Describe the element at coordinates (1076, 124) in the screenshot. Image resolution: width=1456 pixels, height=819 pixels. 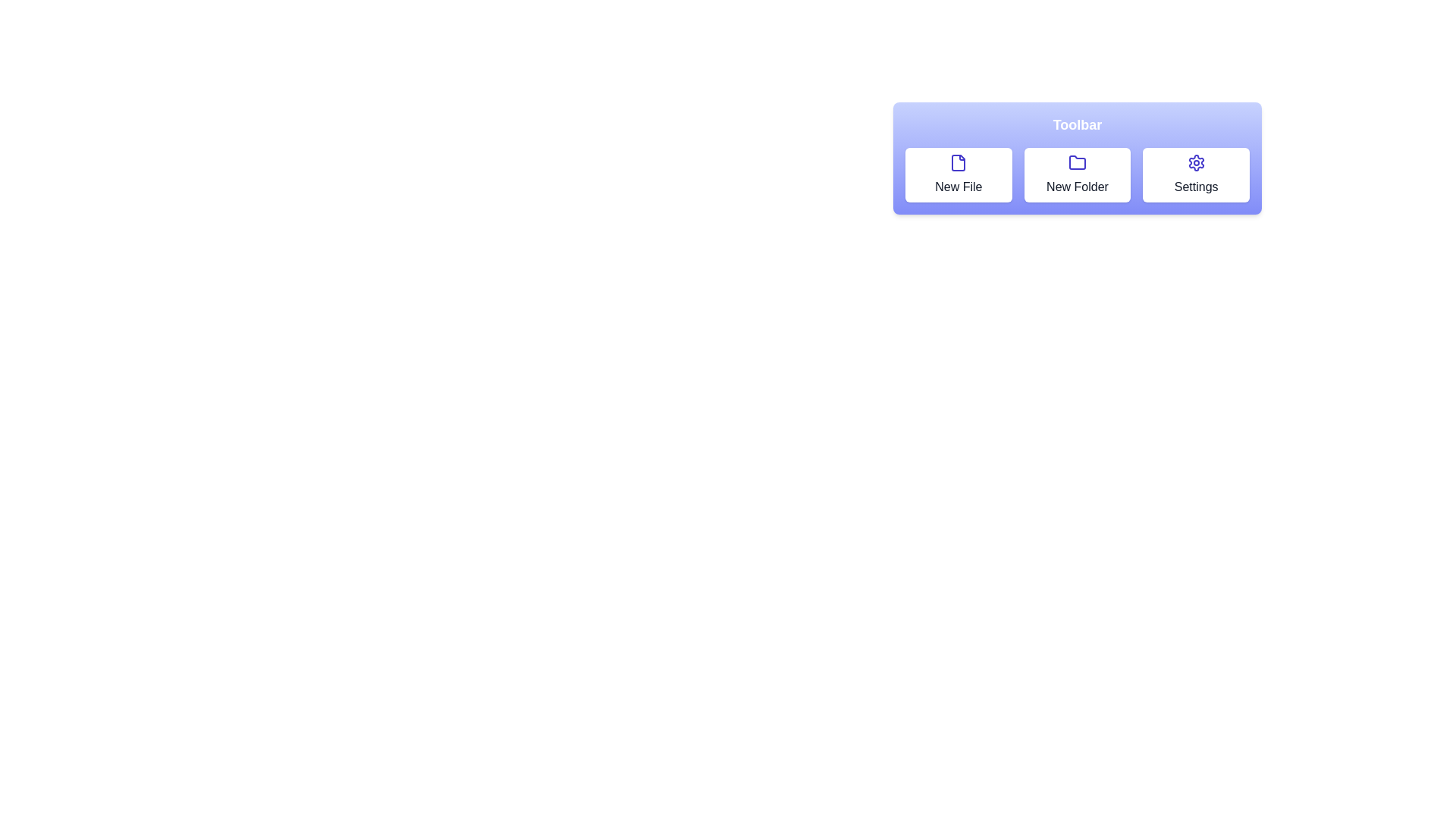
I see `text of the Text Label that serves as a title for the panel or section, positioned at the top of the group above interactive elements like 'New File,' 'New Folder,' and 'Settings.'` at that location.